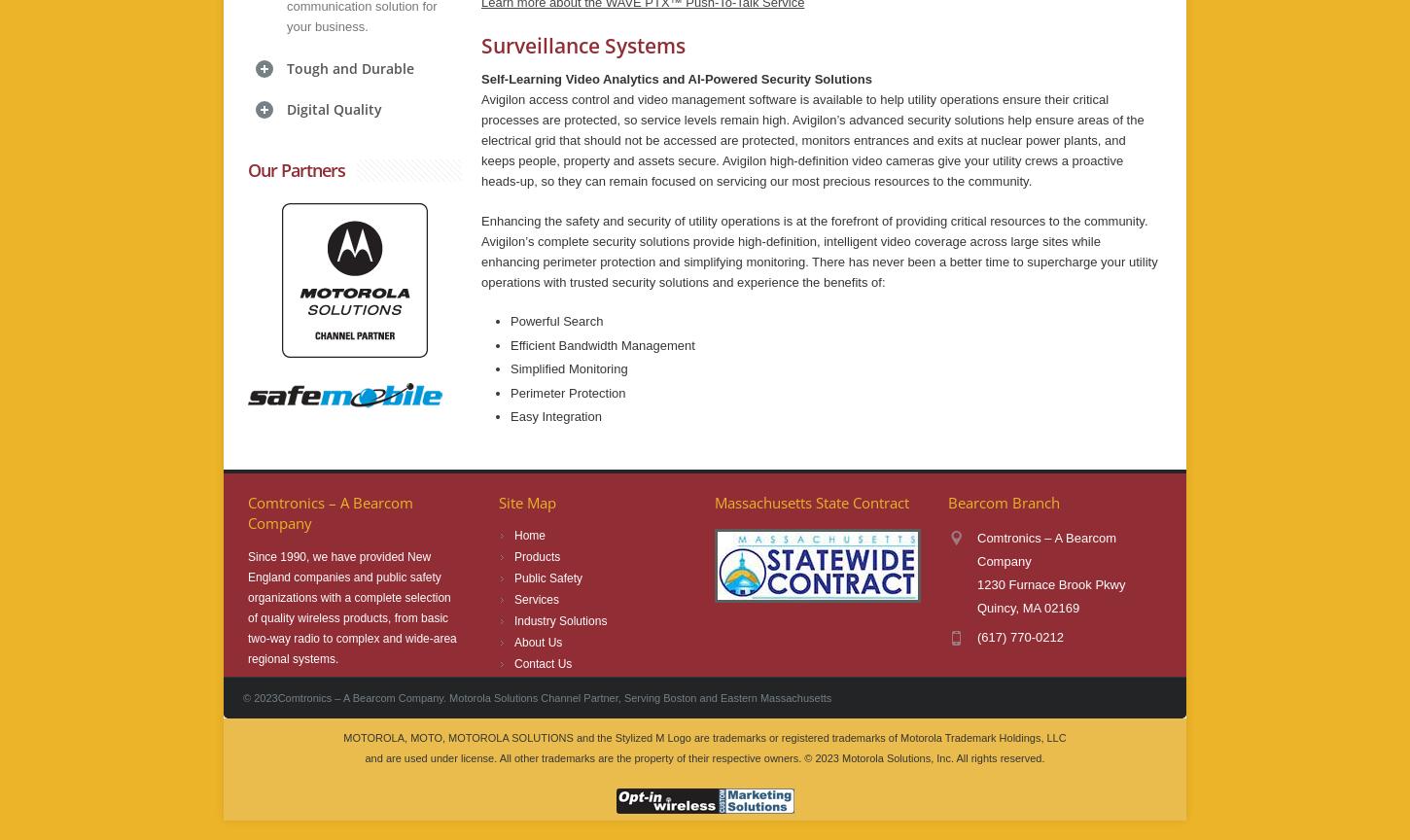 This screenshot has width=1410, height=840. What do you see at coordinates (548, 577) in the screenshot?
I see `'Public Safety'` at bounding box center [548, 577].